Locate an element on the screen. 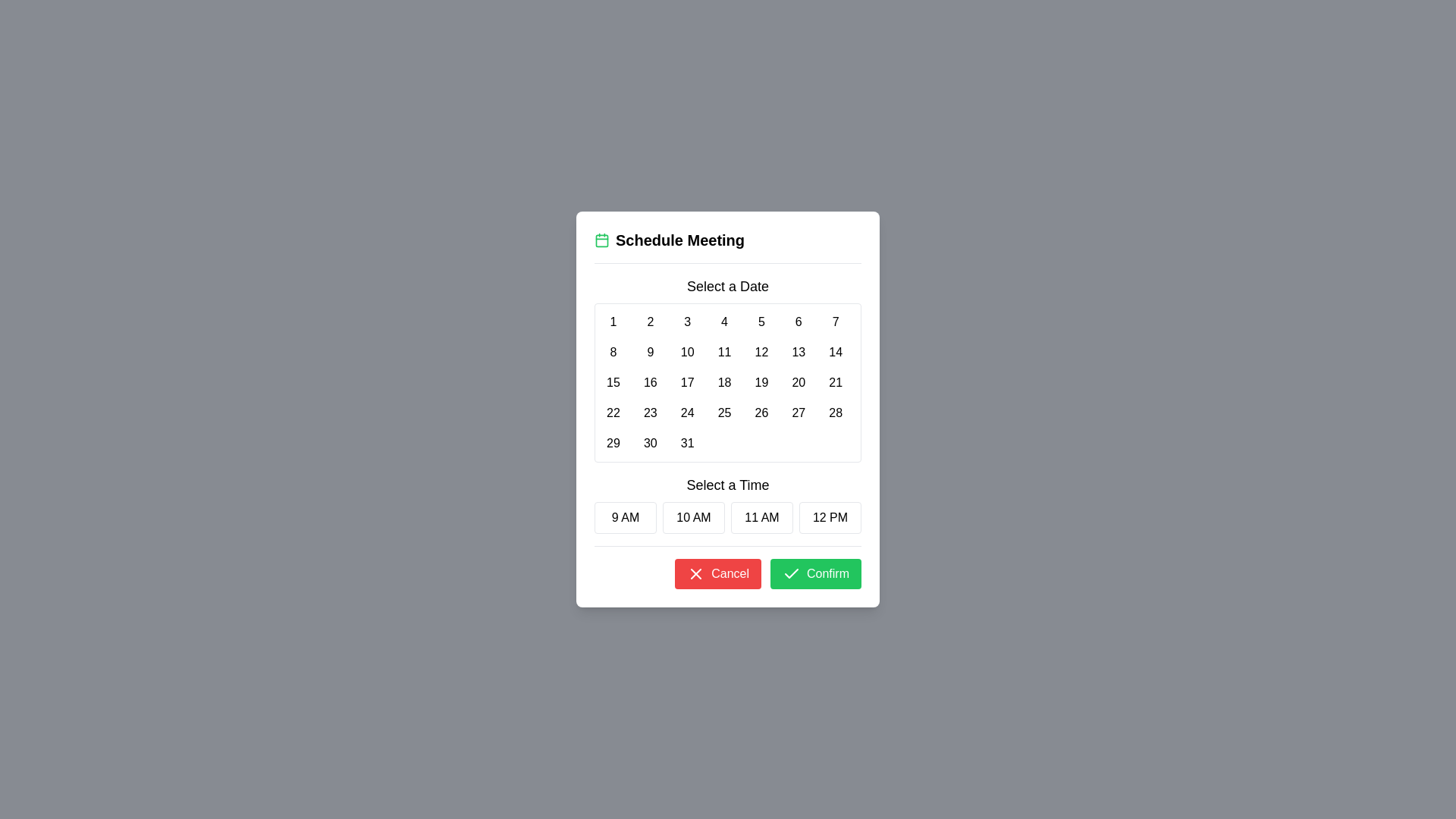 This screenshot has width=1456, height=819. the Button Group containing the time buttons '9 AM', '10 AM', '11 AM', and '12 PM' is located at coordinates (728, 516).